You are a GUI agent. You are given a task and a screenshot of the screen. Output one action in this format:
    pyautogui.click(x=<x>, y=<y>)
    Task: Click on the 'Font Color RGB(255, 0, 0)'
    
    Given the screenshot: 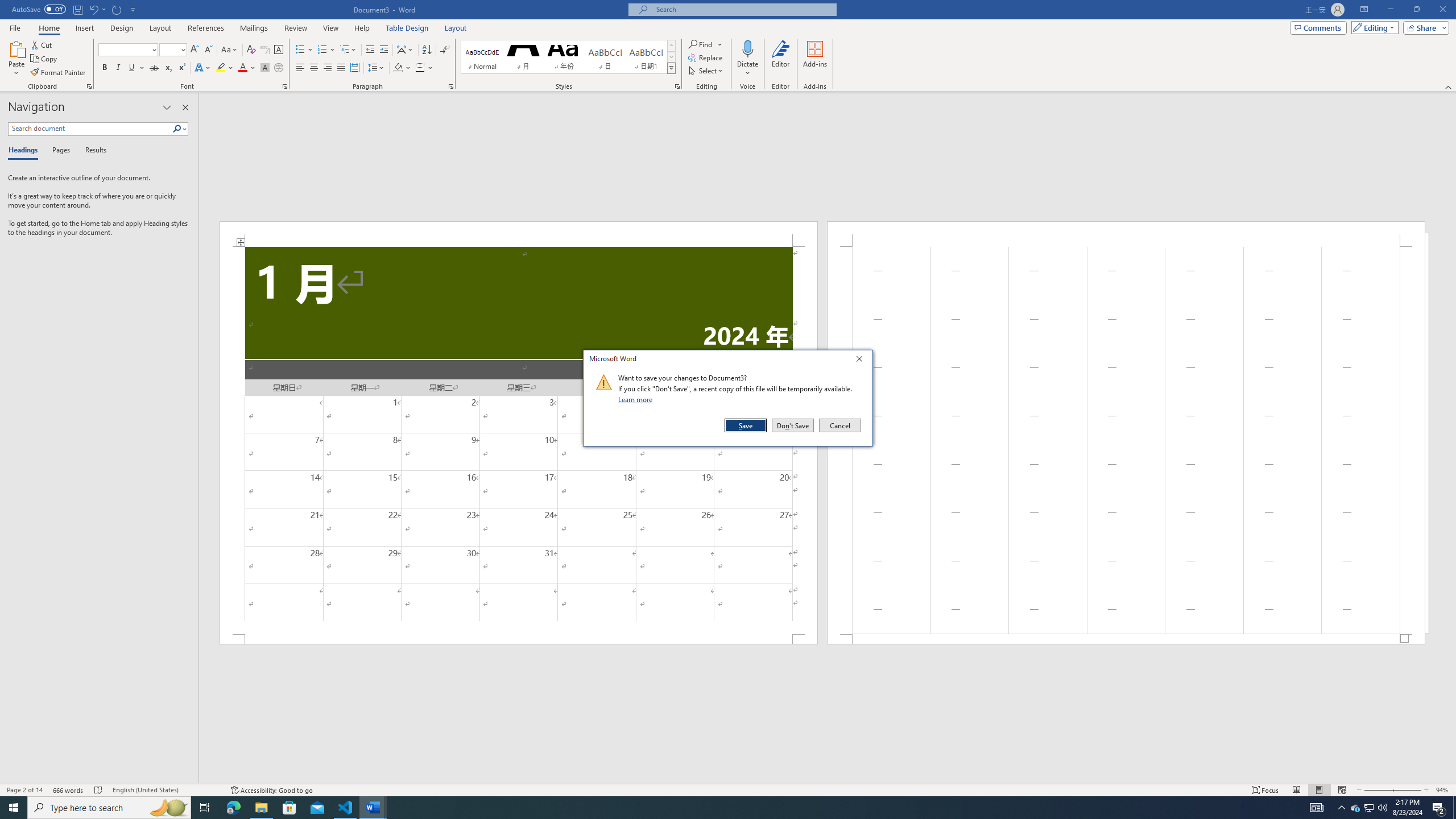 What is the action you would take?
    pyautogui.click(x=242, y=67)
    